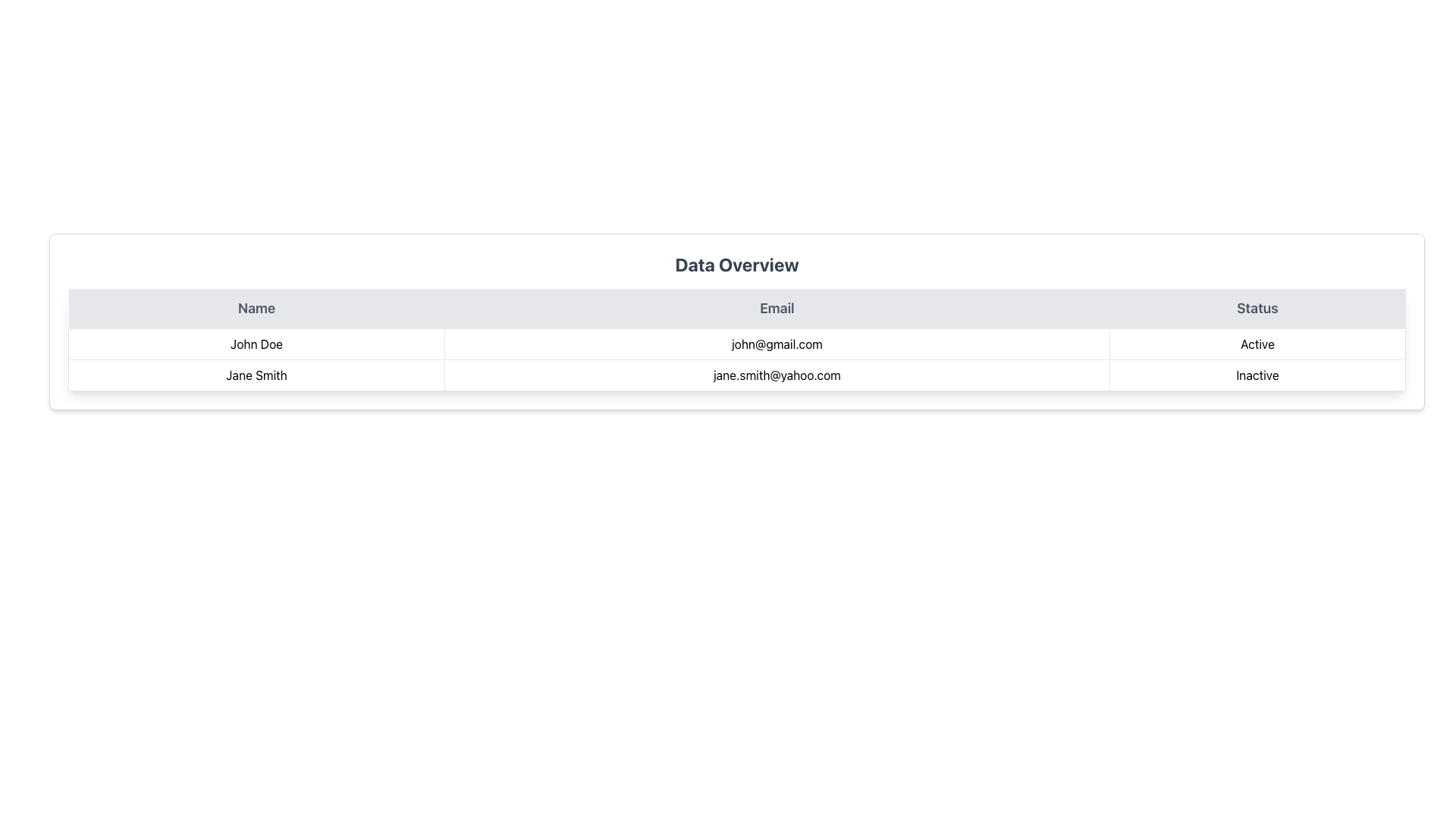 This screenshot has width=1456, height=819. I want to click on the 'Email' label, which is the second of three column headers in a light gray box at the top of a table-like structure, so click(777, 308).